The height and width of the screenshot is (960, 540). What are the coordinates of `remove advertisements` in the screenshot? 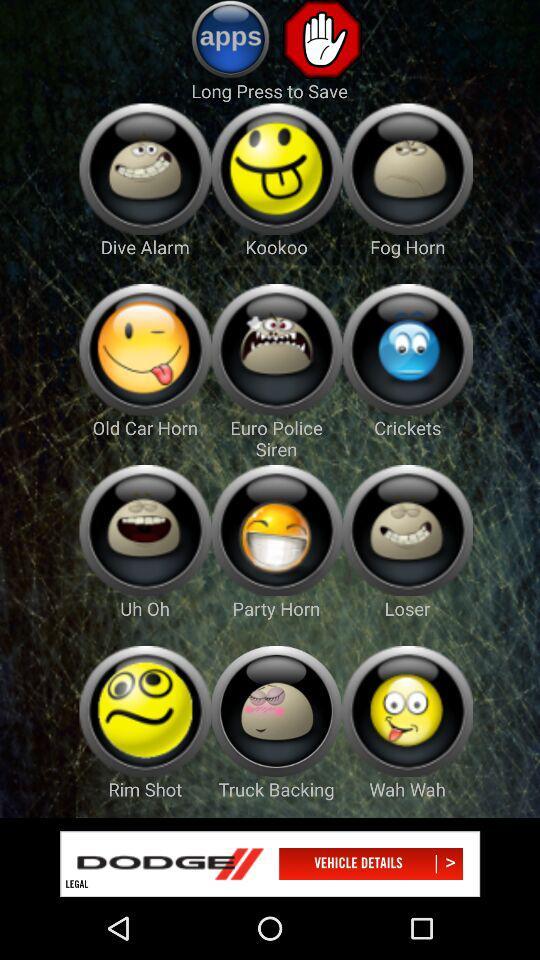 It's located at (322, 38).